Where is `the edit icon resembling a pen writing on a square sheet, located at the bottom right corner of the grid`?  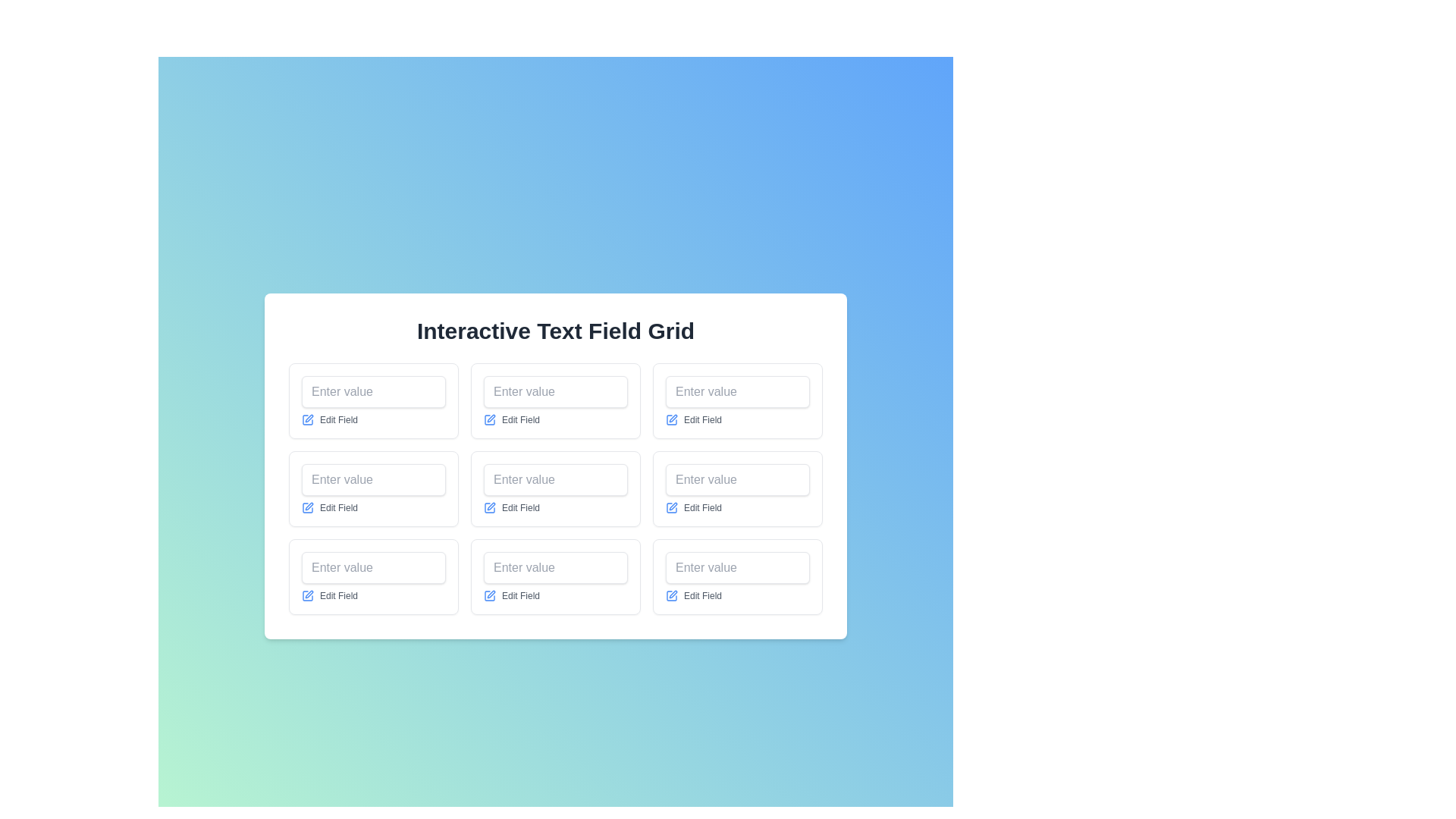 the edit icon resembling a pen writing on a square sheet, located at the bottom right corner of the grid is located at coordinates (673, 506).